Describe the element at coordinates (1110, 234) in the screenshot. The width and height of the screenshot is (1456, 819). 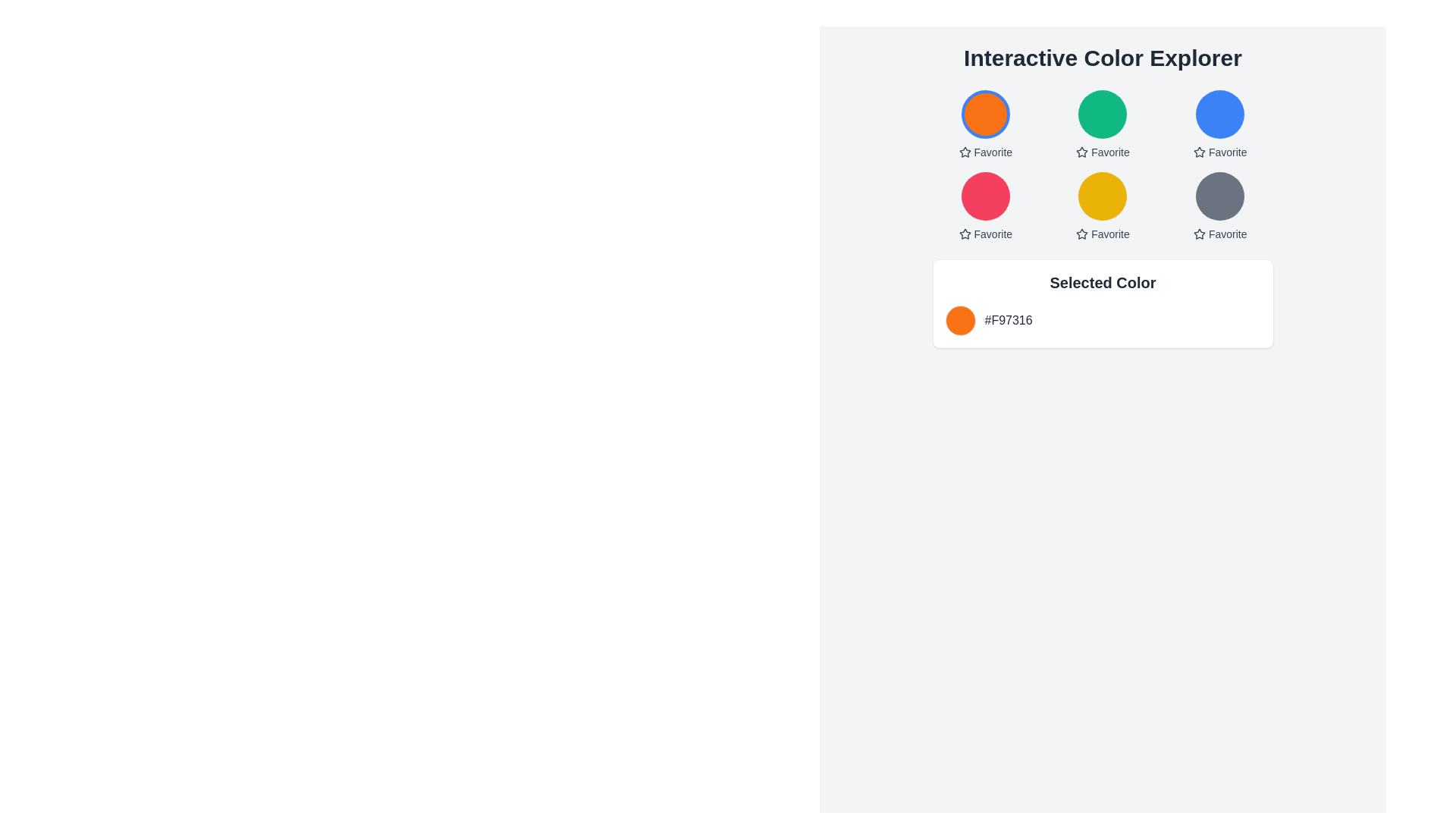
I see `label that displays 'Favorite', styled in grayscale and located near a star icon in the bottom-right of the second row of color circles` at that location.